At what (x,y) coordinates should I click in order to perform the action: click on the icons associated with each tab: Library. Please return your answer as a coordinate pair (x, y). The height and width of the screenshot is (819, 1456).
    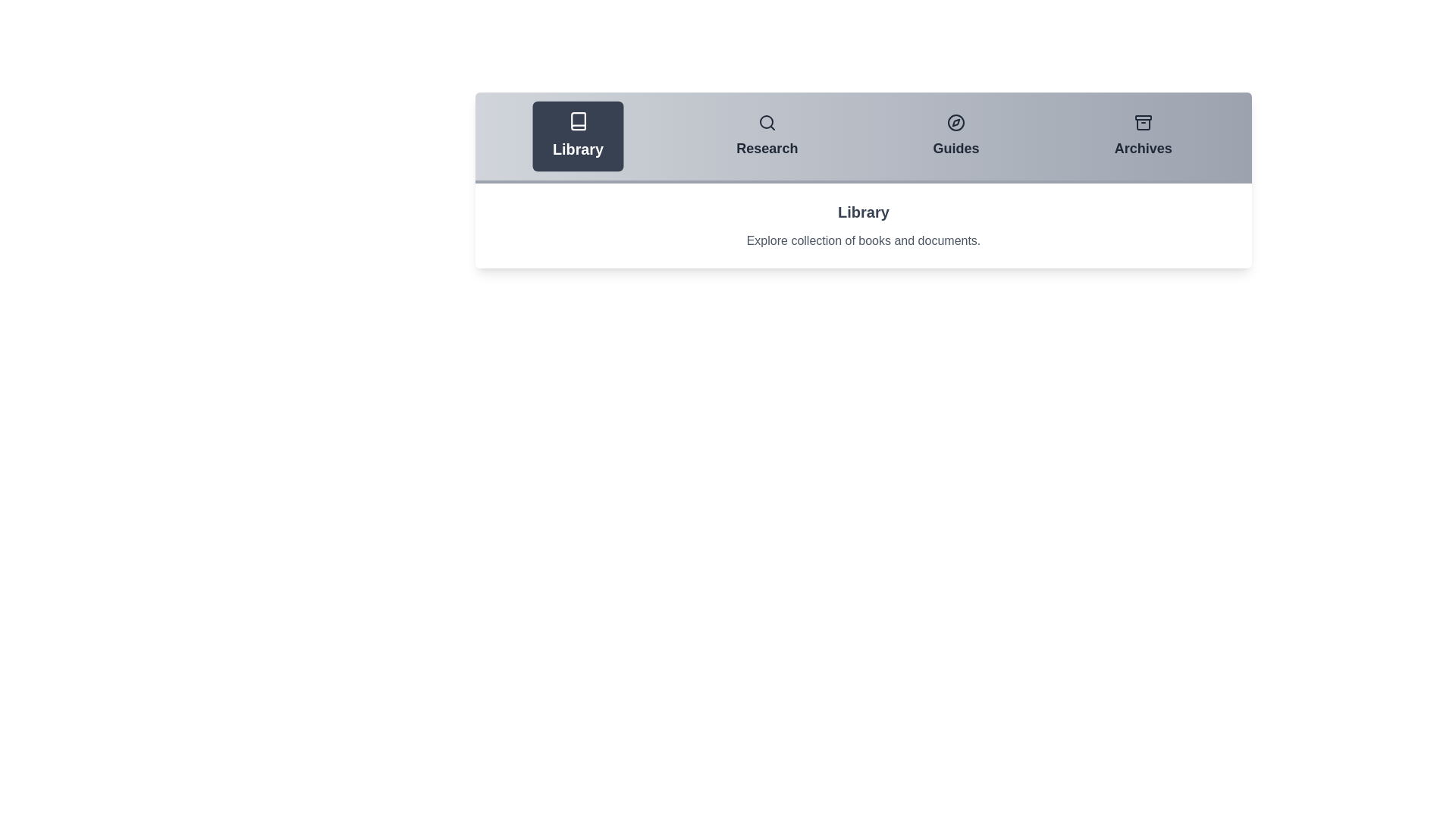
    Looking at the image, I should click on (577, 121).